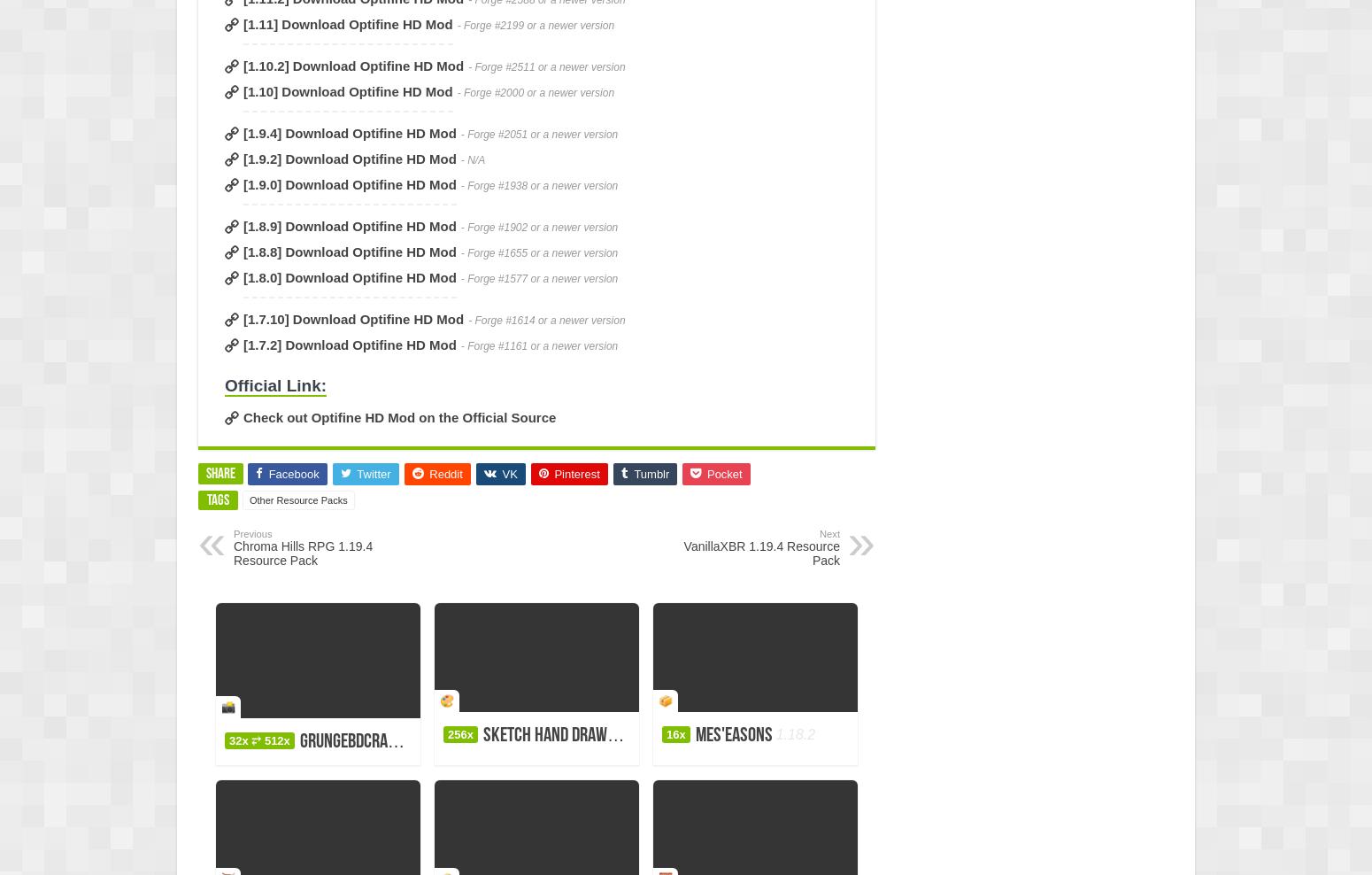 This screenshot has height=875, width=1372. What do you see at coordinates (347, 23) in the screenshot?
I see `'[1.11] Download Optifine HD Mod'` at bounding box center [347, 23].